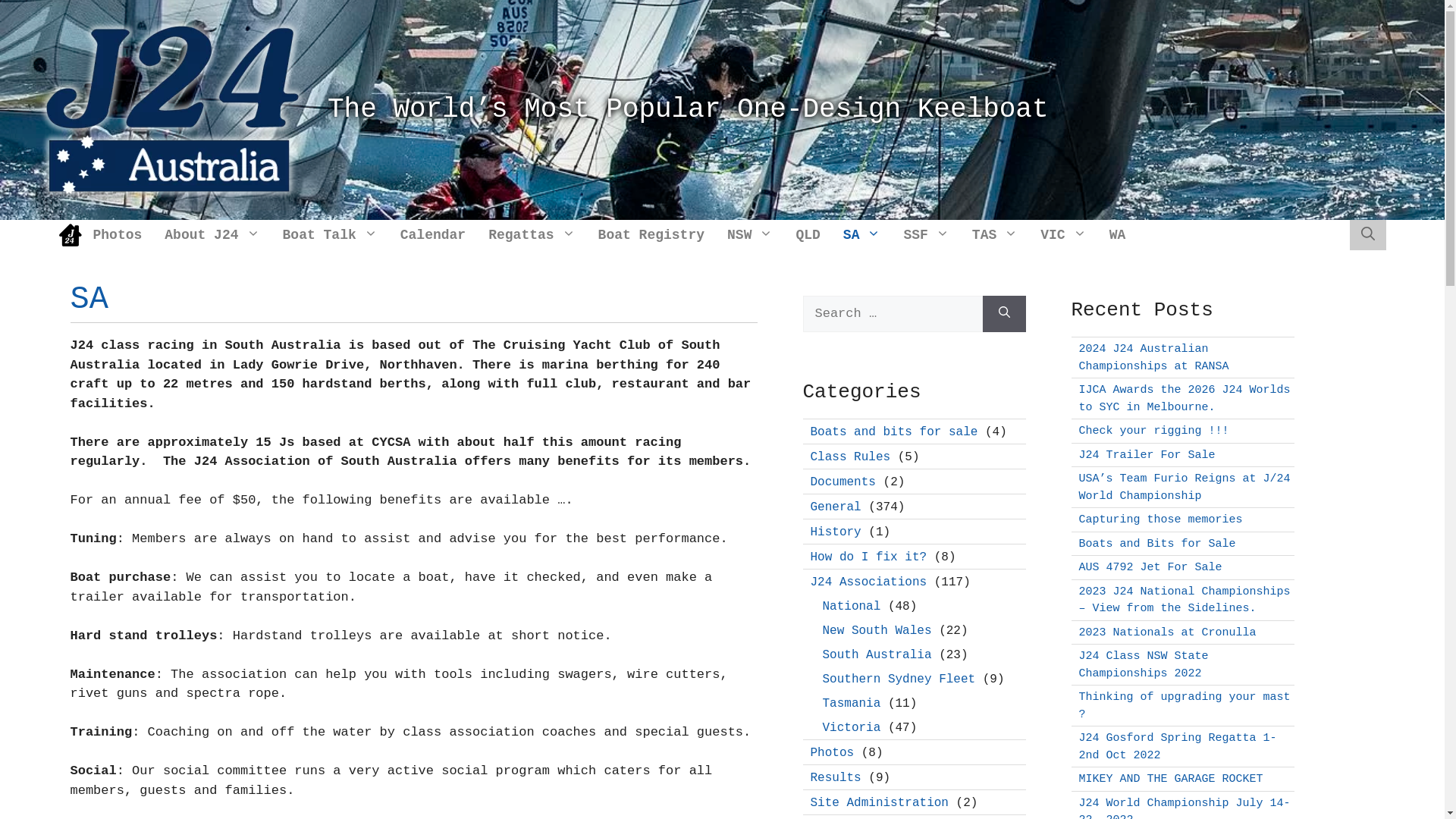  I want to click on 'Results', so click(834, 777).